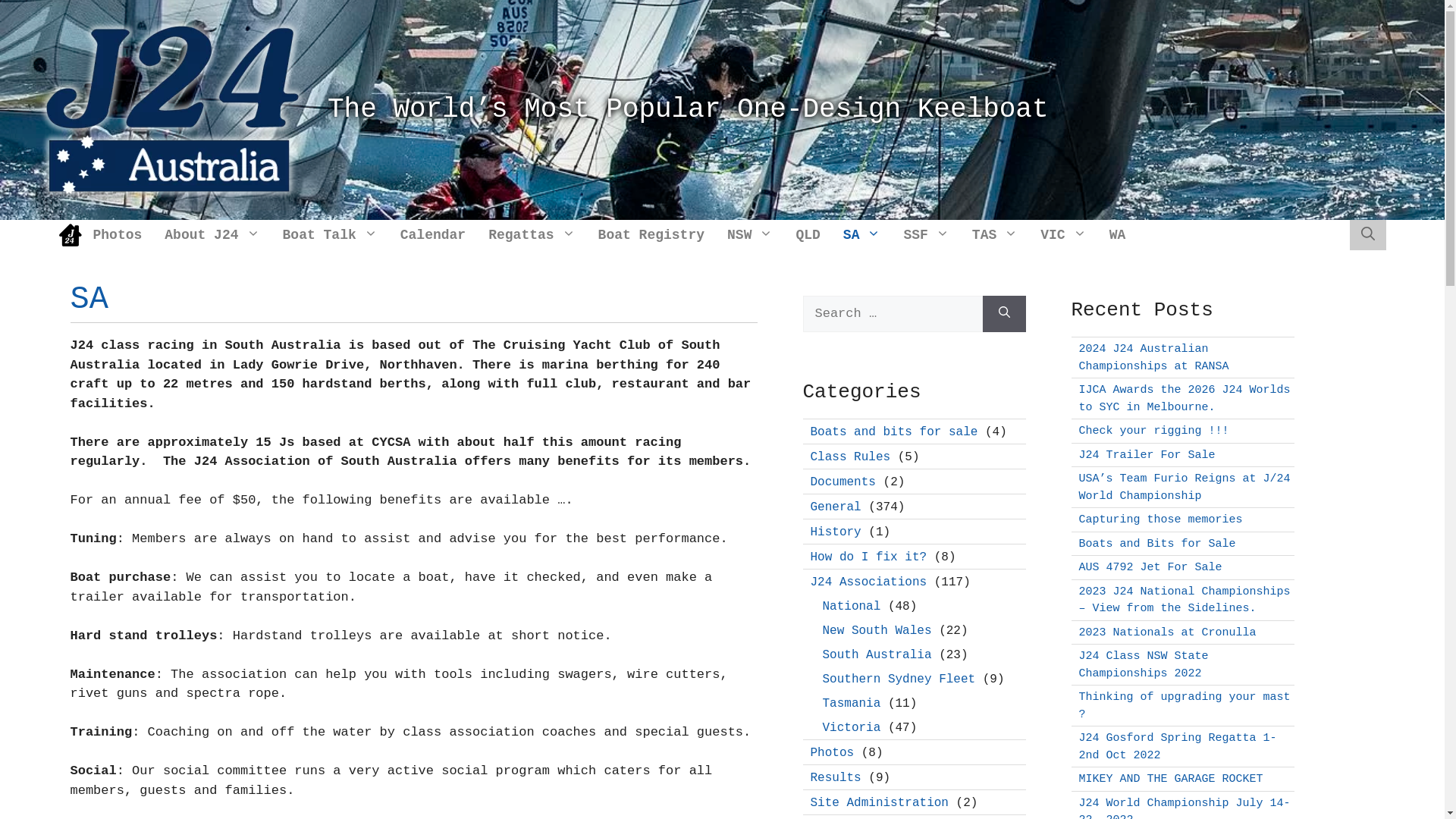  I want to click on 'Results', so click(834, 777).